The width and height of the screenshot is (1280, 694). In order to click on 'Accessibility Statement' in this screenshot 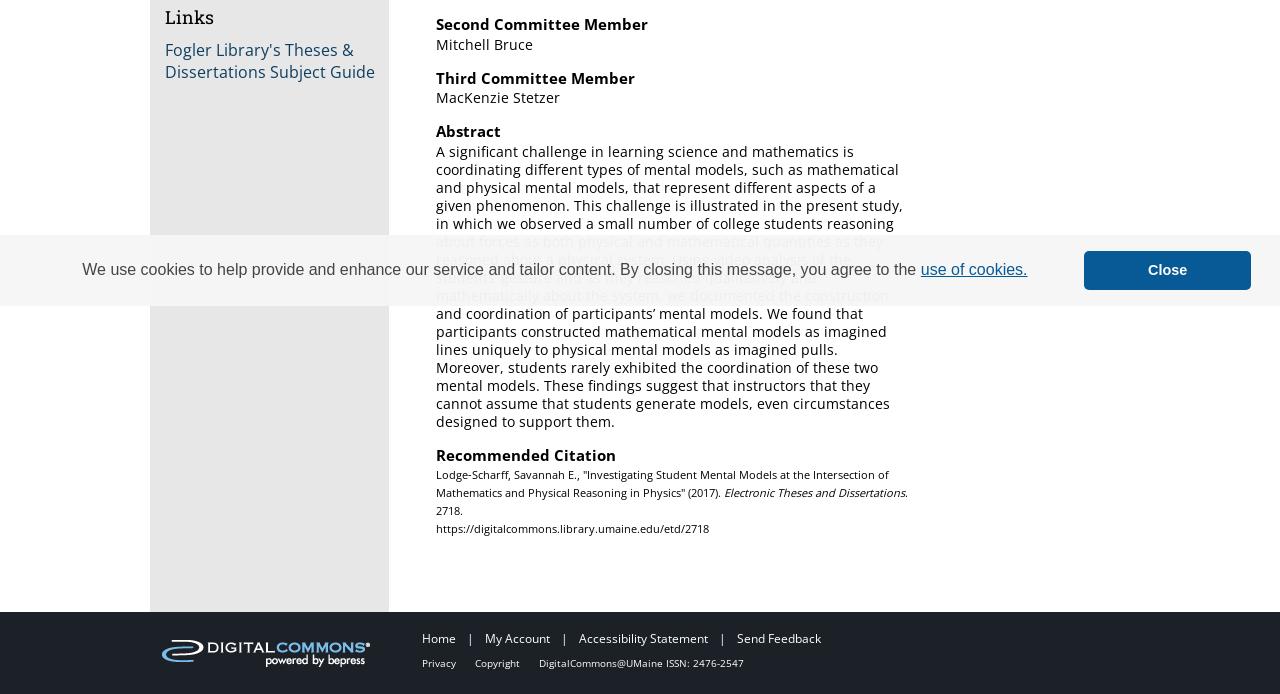, I will do `click(644, 637)`.